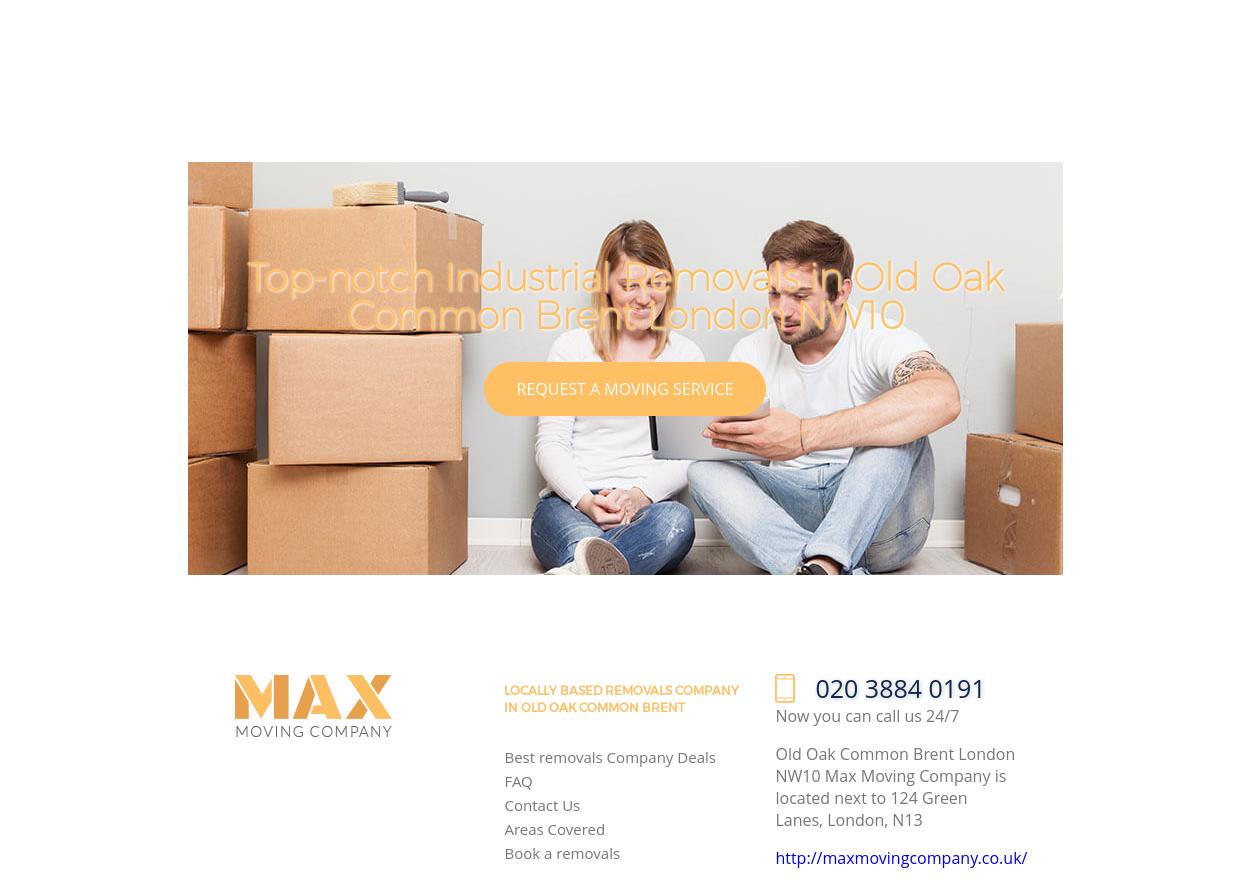 This screenshot has width=1250, height=895. I want to click on 'Areas Covered', so click(554, 826).